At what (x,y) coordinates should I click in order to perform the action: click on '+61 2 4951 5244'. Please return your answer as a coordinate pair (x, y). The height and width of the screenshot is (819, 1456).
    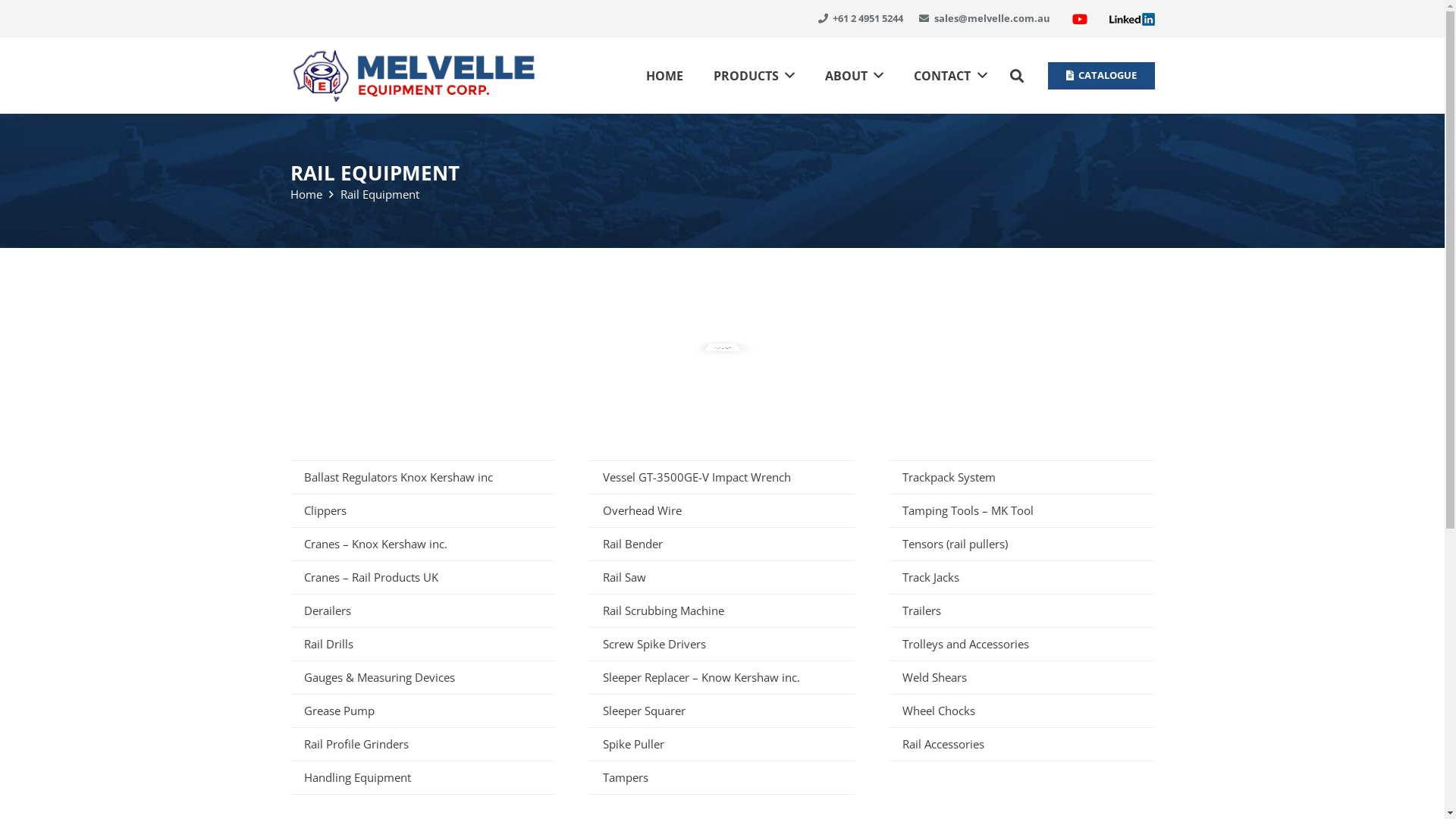
    Looking at the image, I should click on (860, 17).